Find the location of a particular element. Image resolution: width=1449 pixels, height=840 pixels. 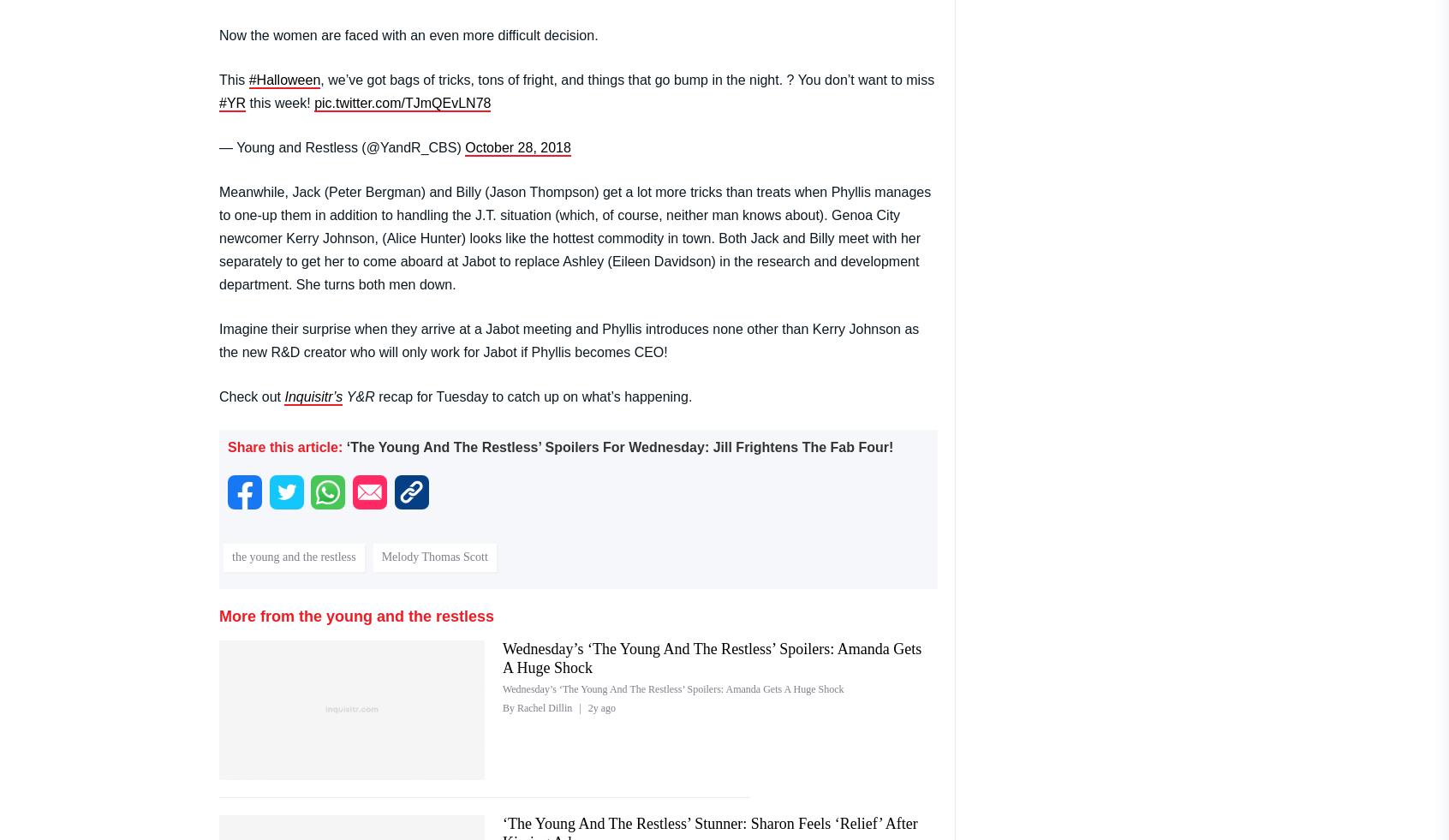

'By Rachel Dillin' is located at coordinates (500, 707).